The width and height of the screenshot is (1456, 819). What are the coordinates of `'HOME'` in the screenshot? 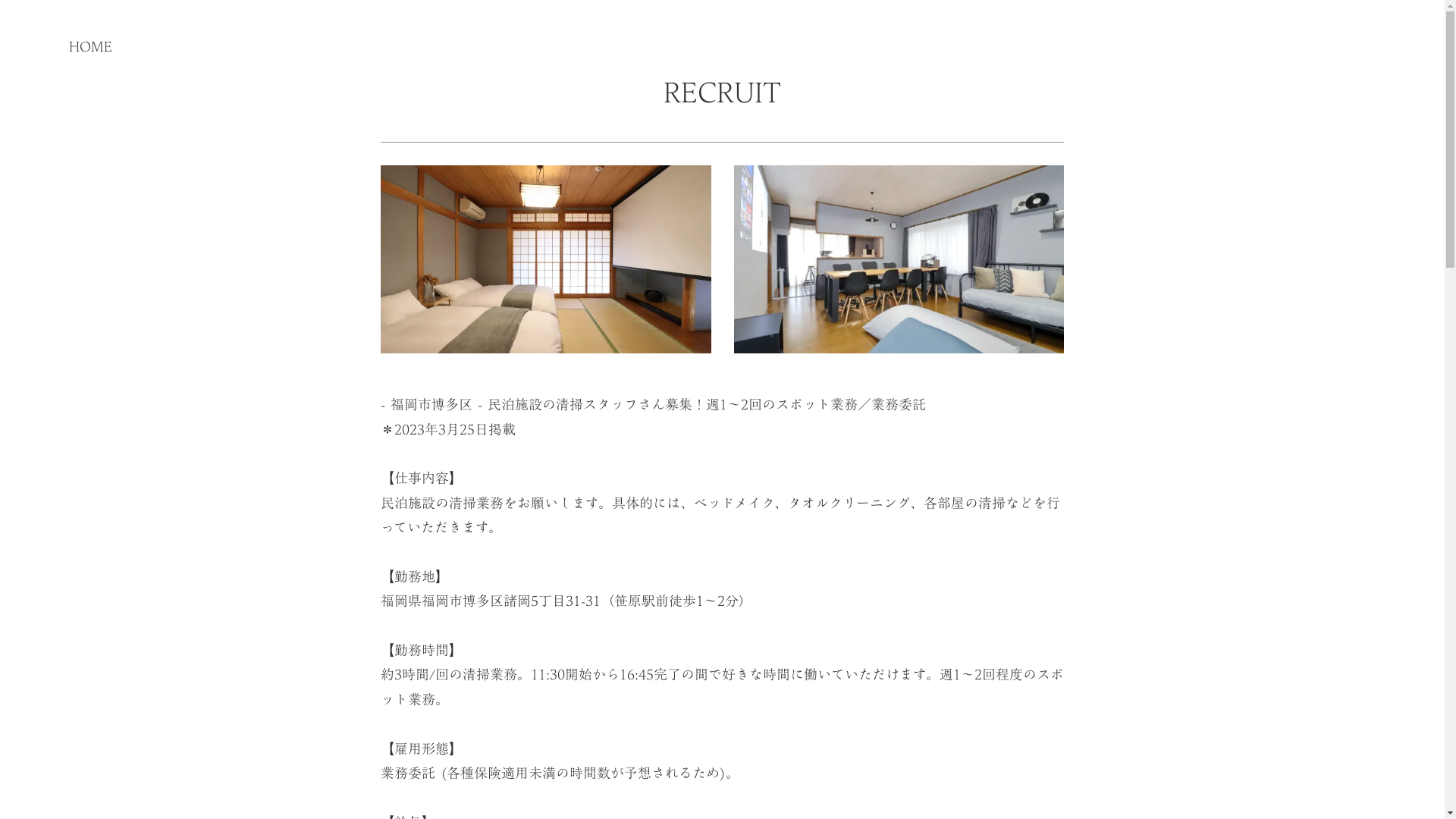 It's located at (89, 45).